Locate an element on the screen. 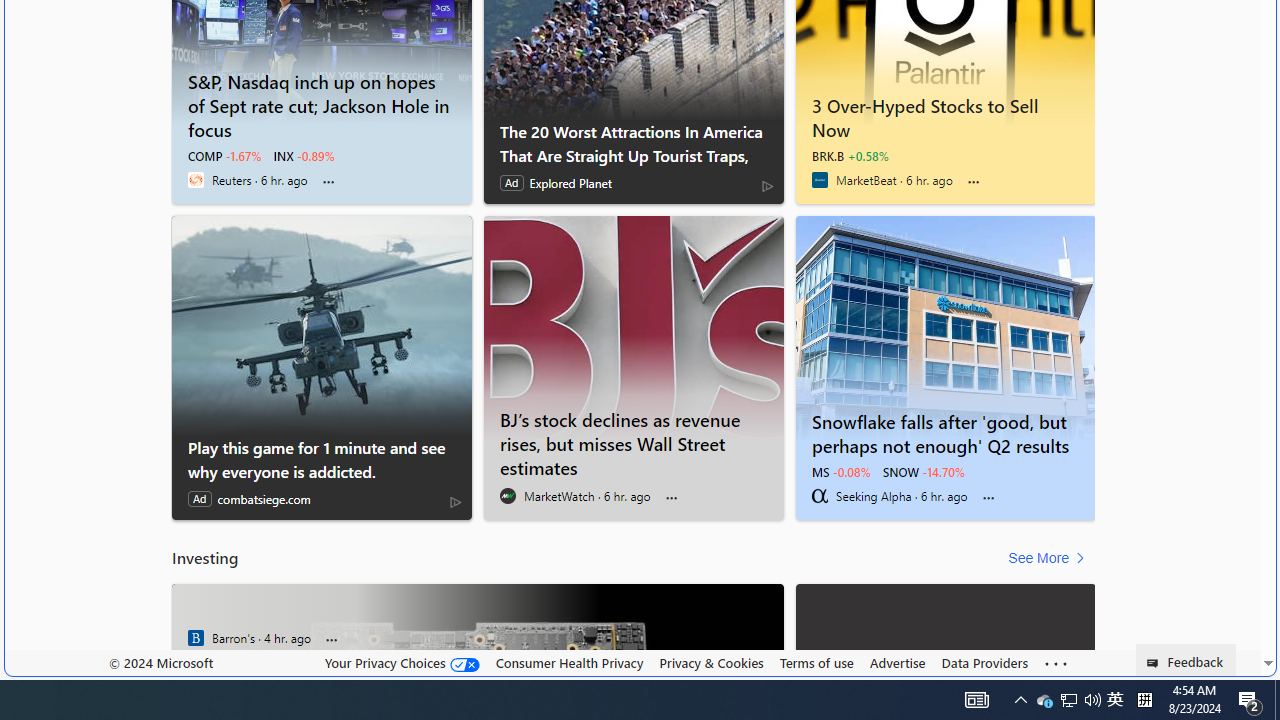 The width and height of the screenshot is (1280, 720). 'Seeking Alpha' is located at coordinates (819, 495).